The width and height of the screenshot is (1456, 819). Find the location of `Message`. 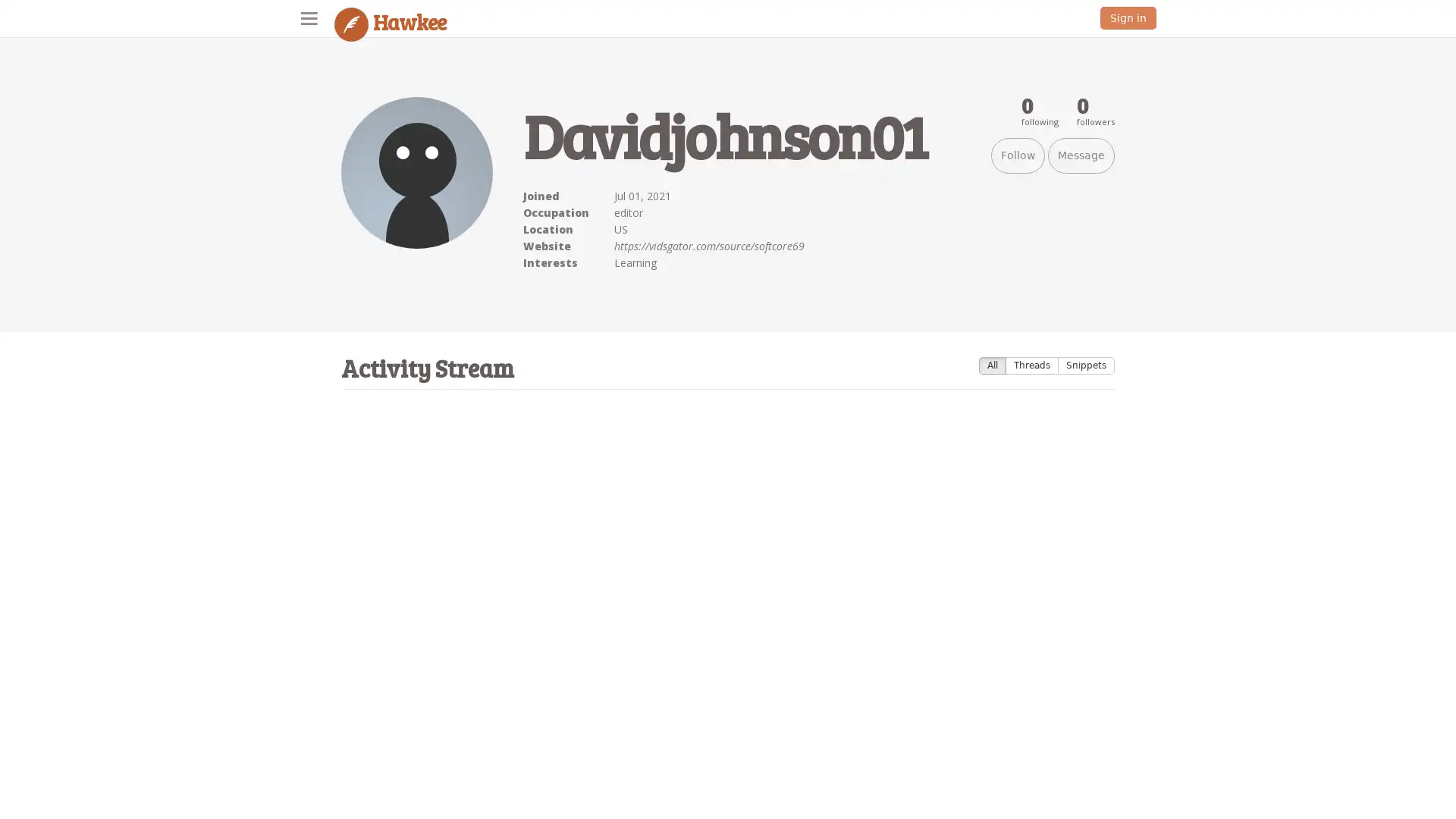

Message is located at coordinates (1080, 155).